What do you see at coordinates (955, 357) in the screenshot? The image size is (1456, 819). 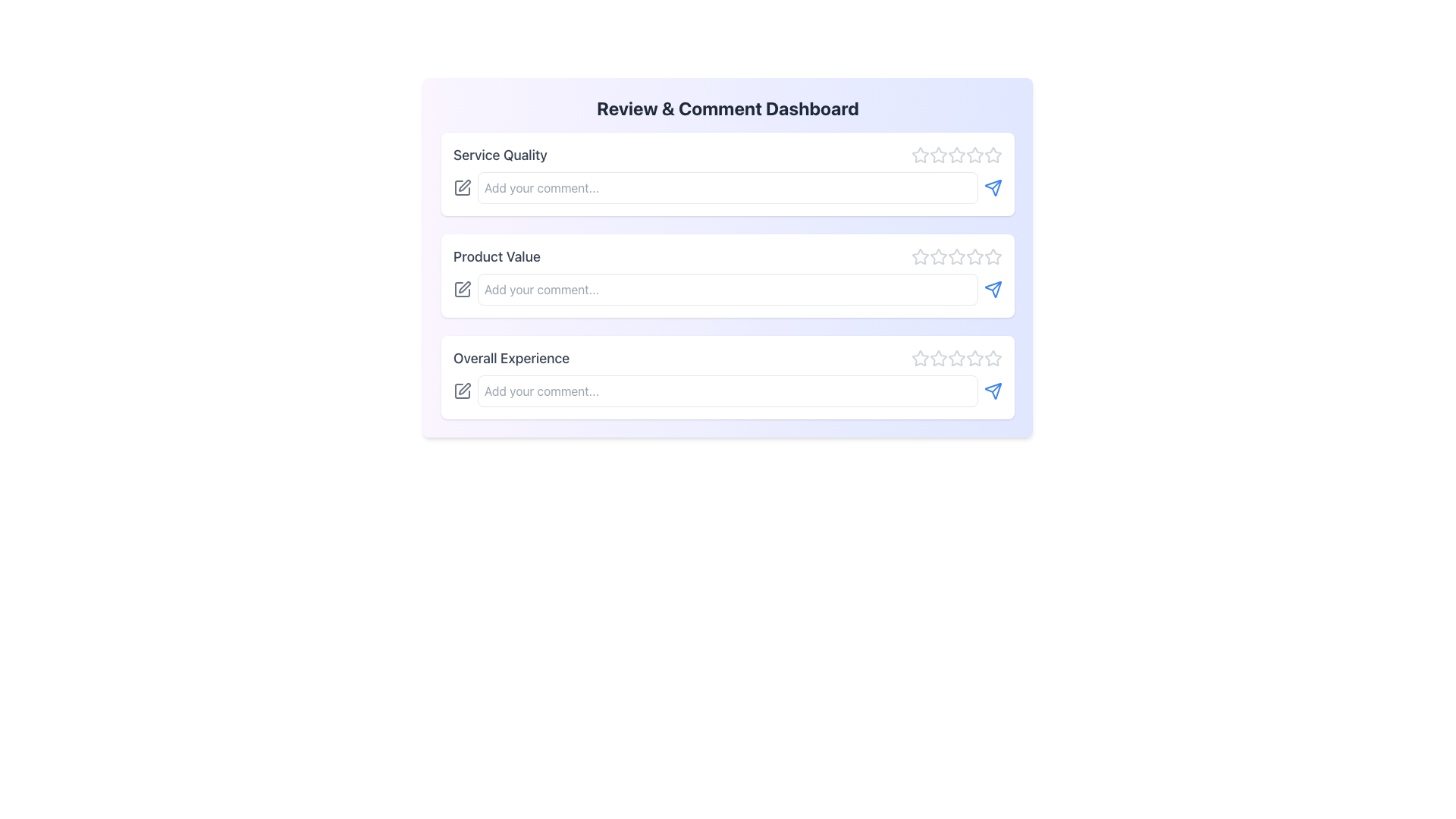 I see `the fourth star icon in the 'Overall Experience' section` at bounding box center [955, 357].